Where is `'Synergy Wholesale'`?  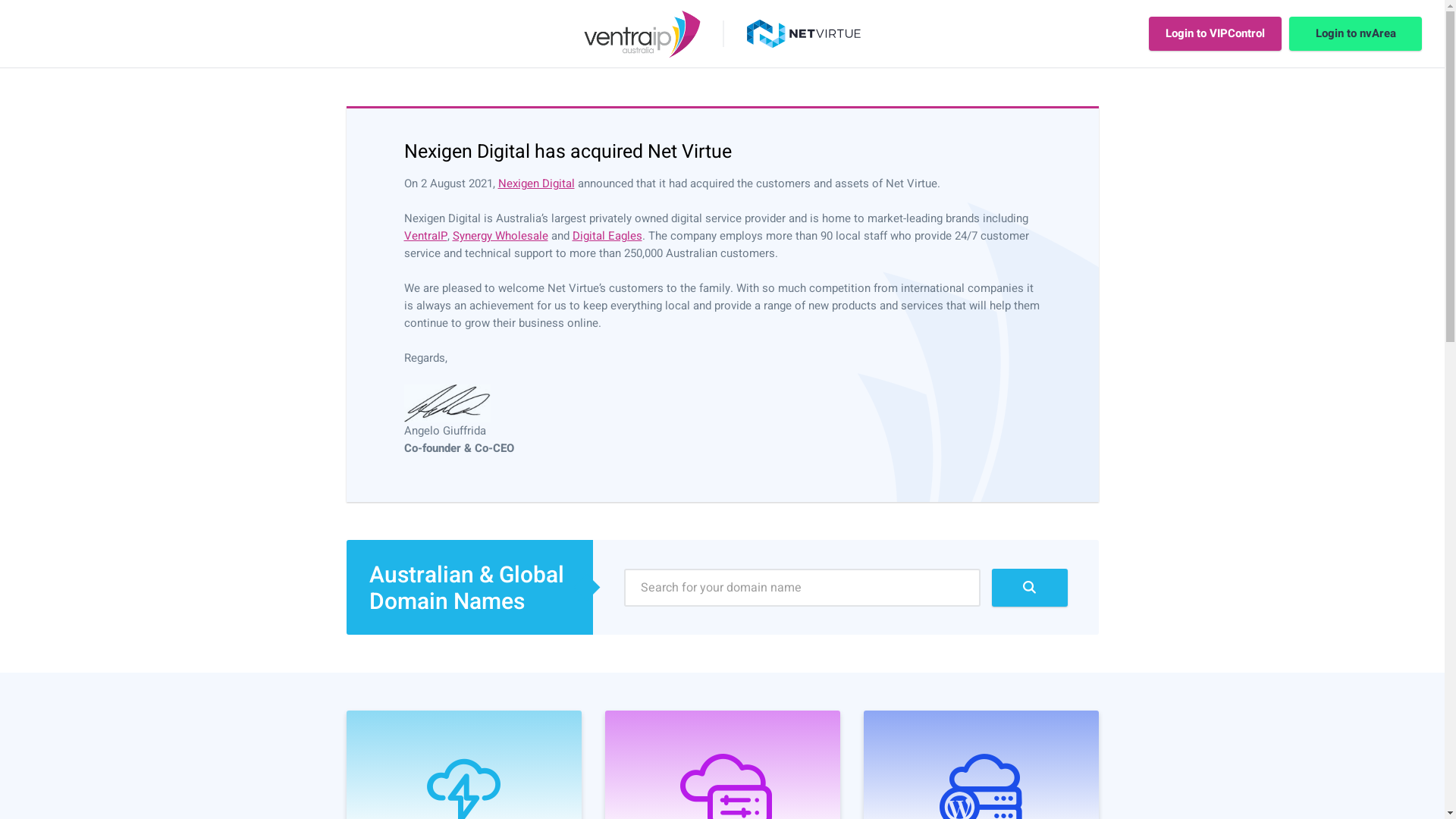 'Synergy Wholesale' is located at coordinates (450, 236).